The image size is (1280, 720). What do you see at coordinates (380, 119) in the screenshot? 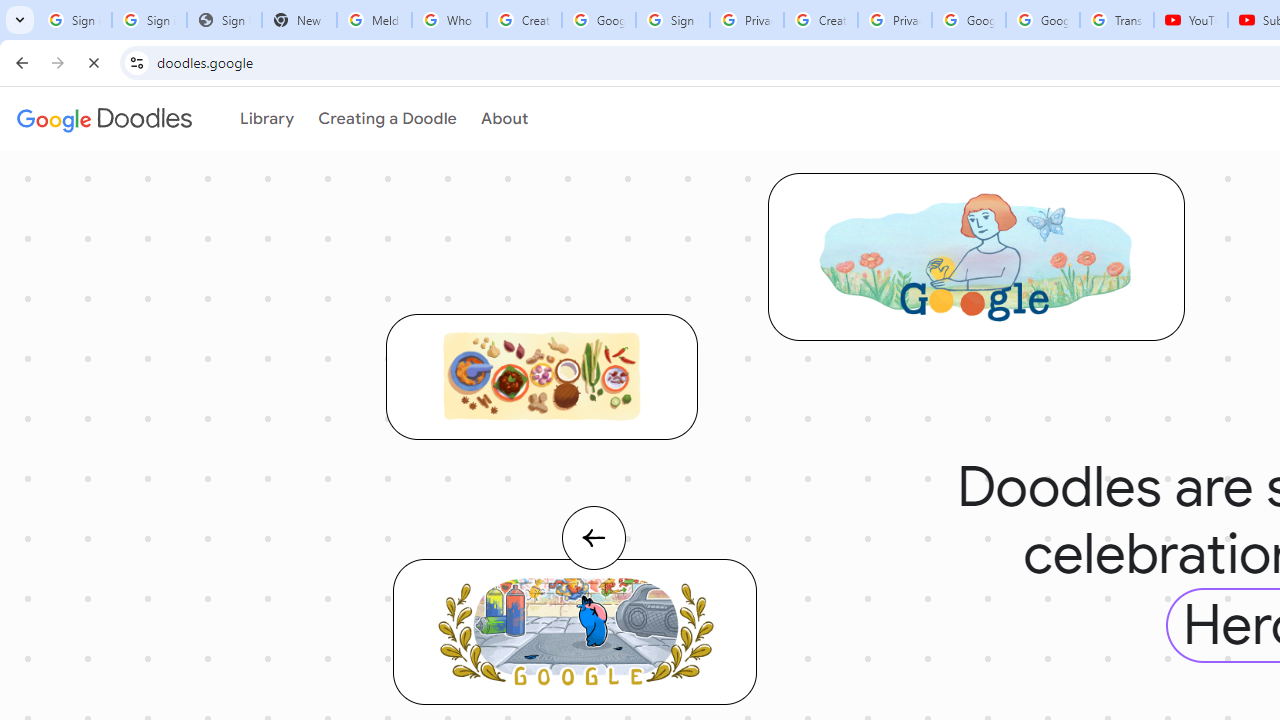
I see `'Creating a Doodle'` at bounding box center [380, 119].